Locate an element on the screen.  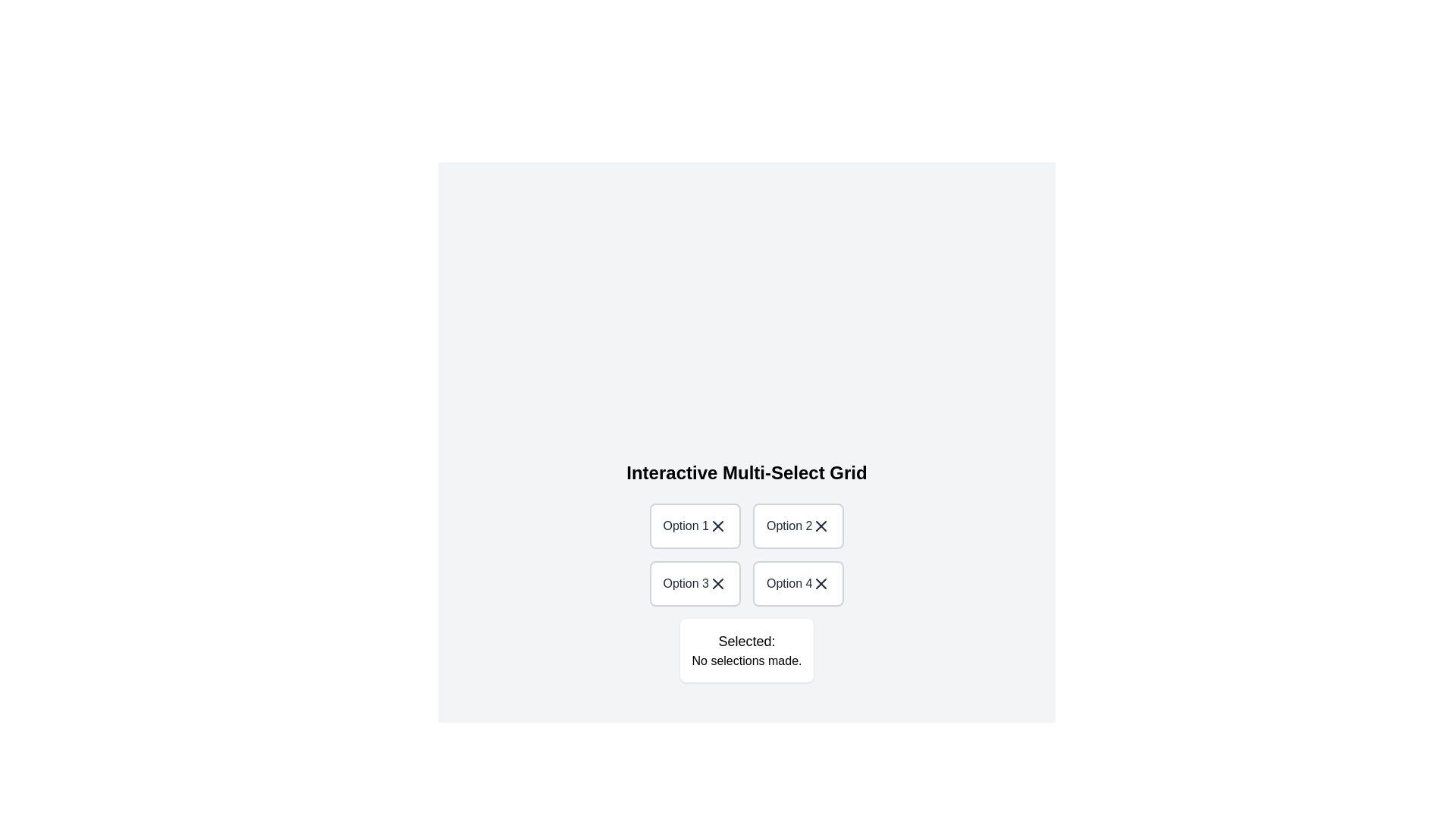
the option Option 2 by clicking on it is located at coordinates (798, 526).